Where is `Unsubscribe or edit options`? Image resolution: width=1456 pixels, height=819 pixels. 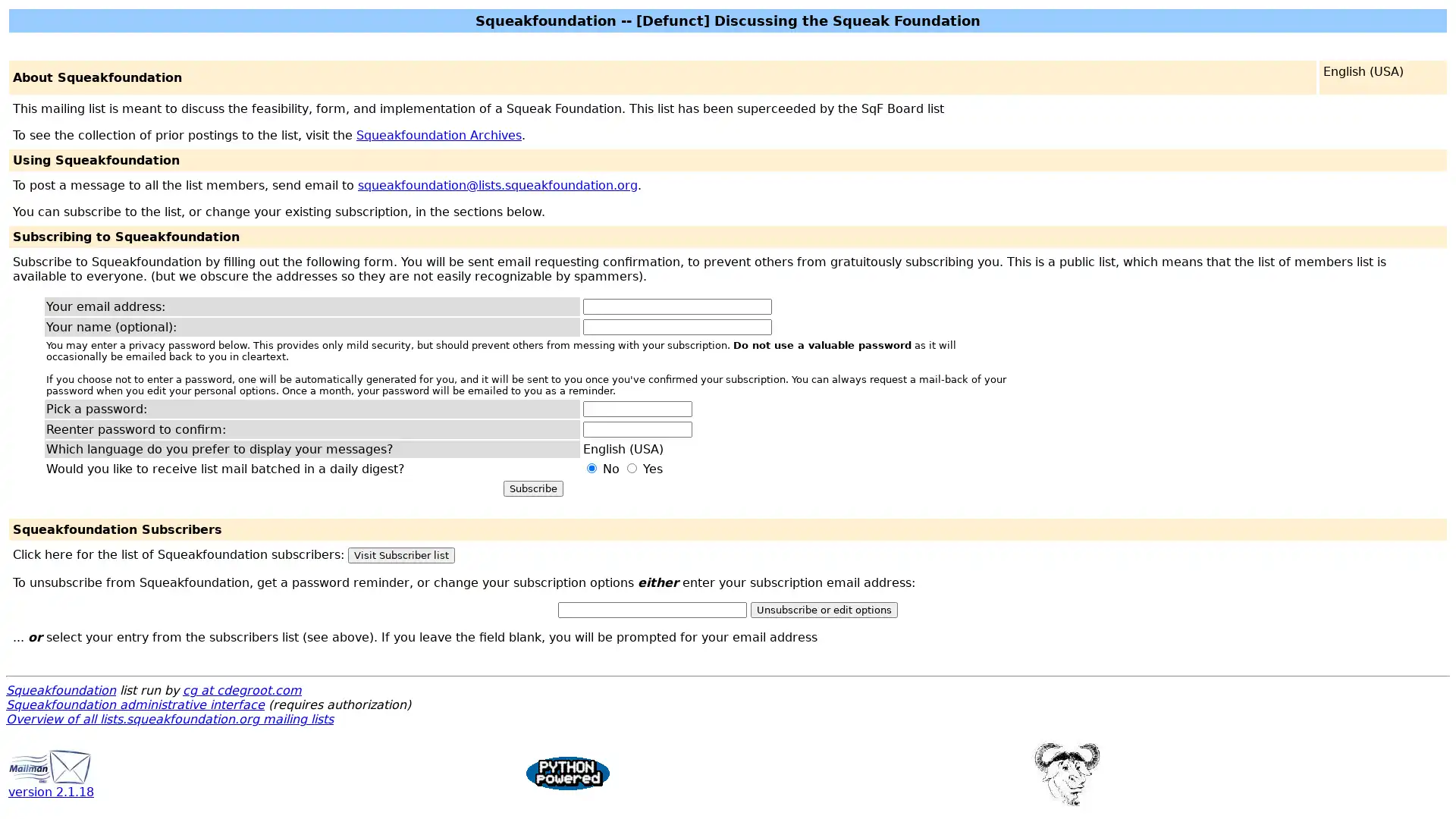 Unsubscribe or edit options is located at coordinates (823, 609).